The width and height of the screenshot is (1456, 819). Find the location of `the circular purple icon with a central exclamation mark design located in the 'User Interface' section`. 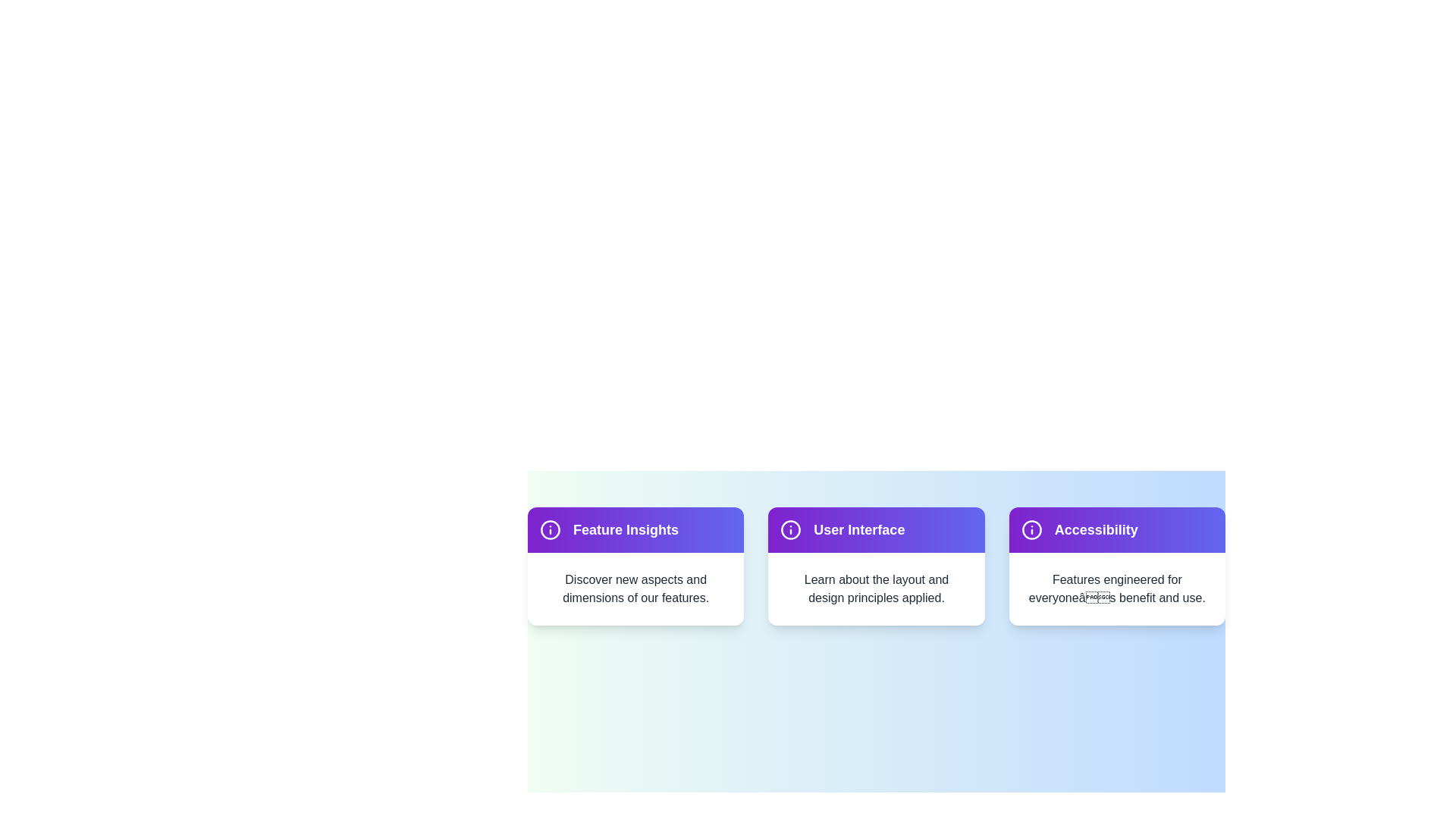

the circular purple icon with a central exclamation mark design located in the 'User Interface' section is located at coordinates (790, 529).